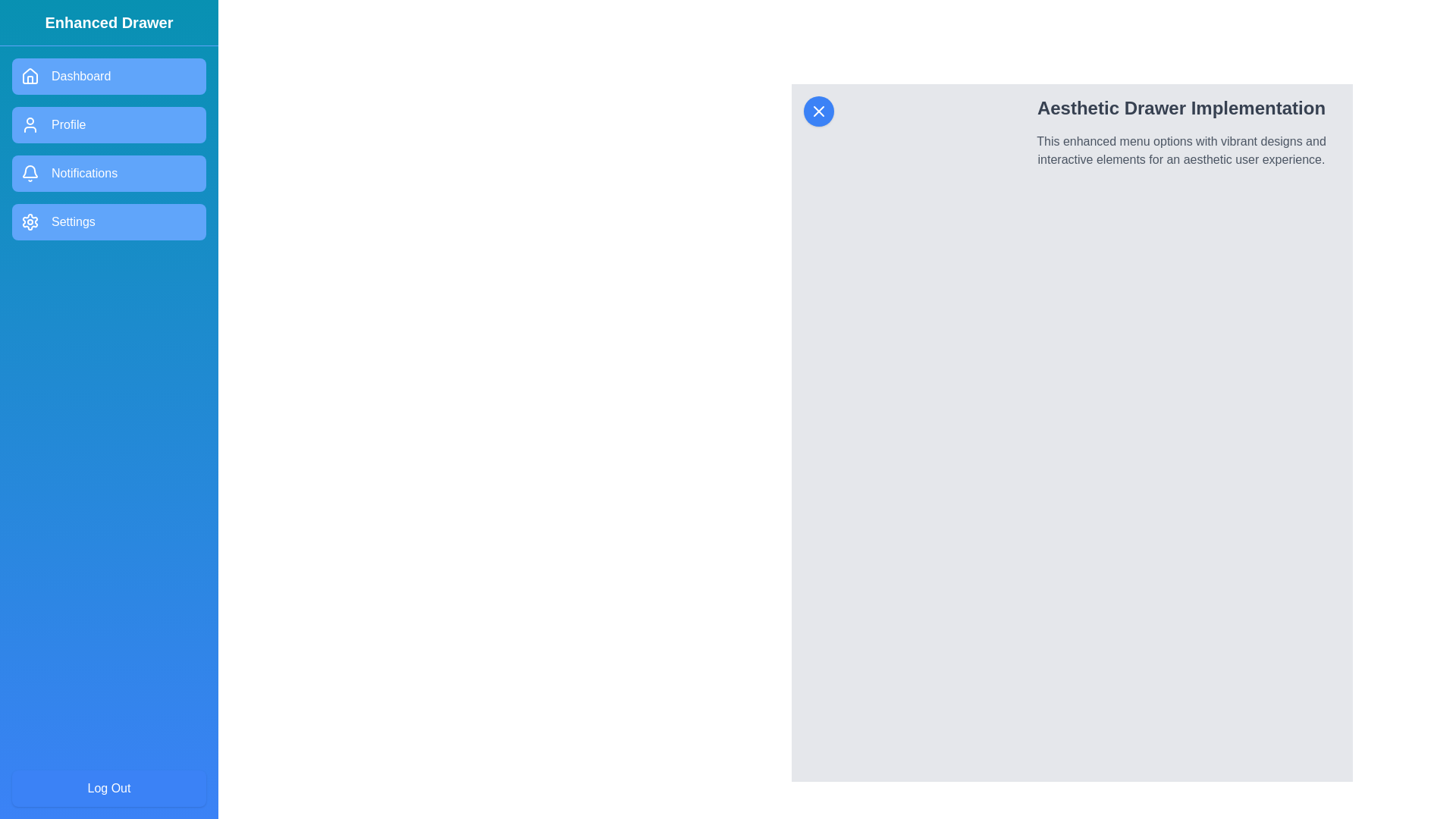 This screenshot has height=819, width=1456. What do you see at coordinates (108, 76) in the screenshot?
I see `the 'Dashboard' button located at the top of the sidebar menu, which has a light blue background and contains a house icon on the left and the text 'Dashboard' on the right` at bounding box center [108, 76].